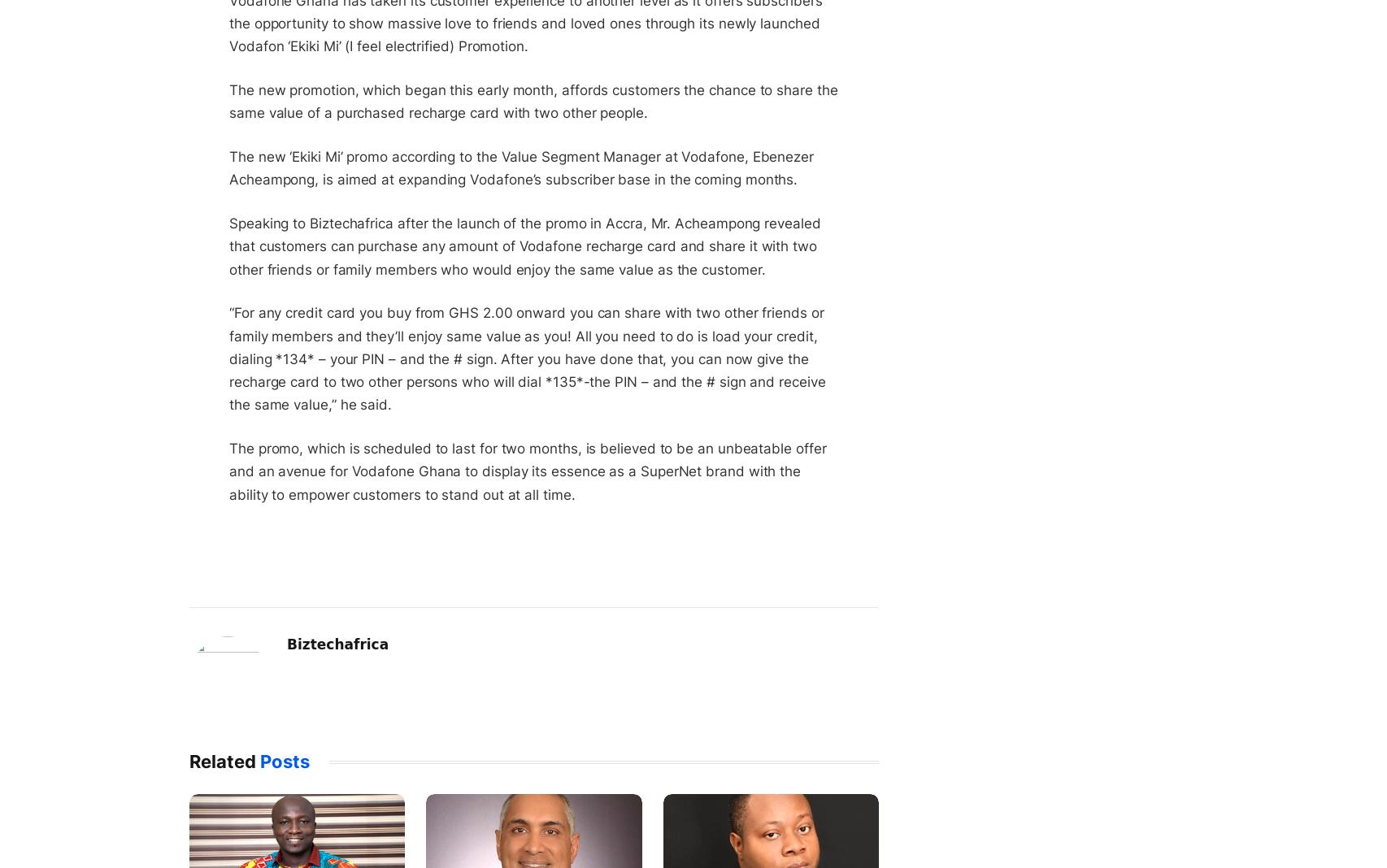  Describe the element at coordinates (520, 167) in the screenshot. I see `'The new ‘Ekiki Mi’ promo according to the Value Segment Manager at Vodafone, Ebenezer Acheampong, is aimed at expanding Vodafone’s subscriber base in the coming months.'` at that location.